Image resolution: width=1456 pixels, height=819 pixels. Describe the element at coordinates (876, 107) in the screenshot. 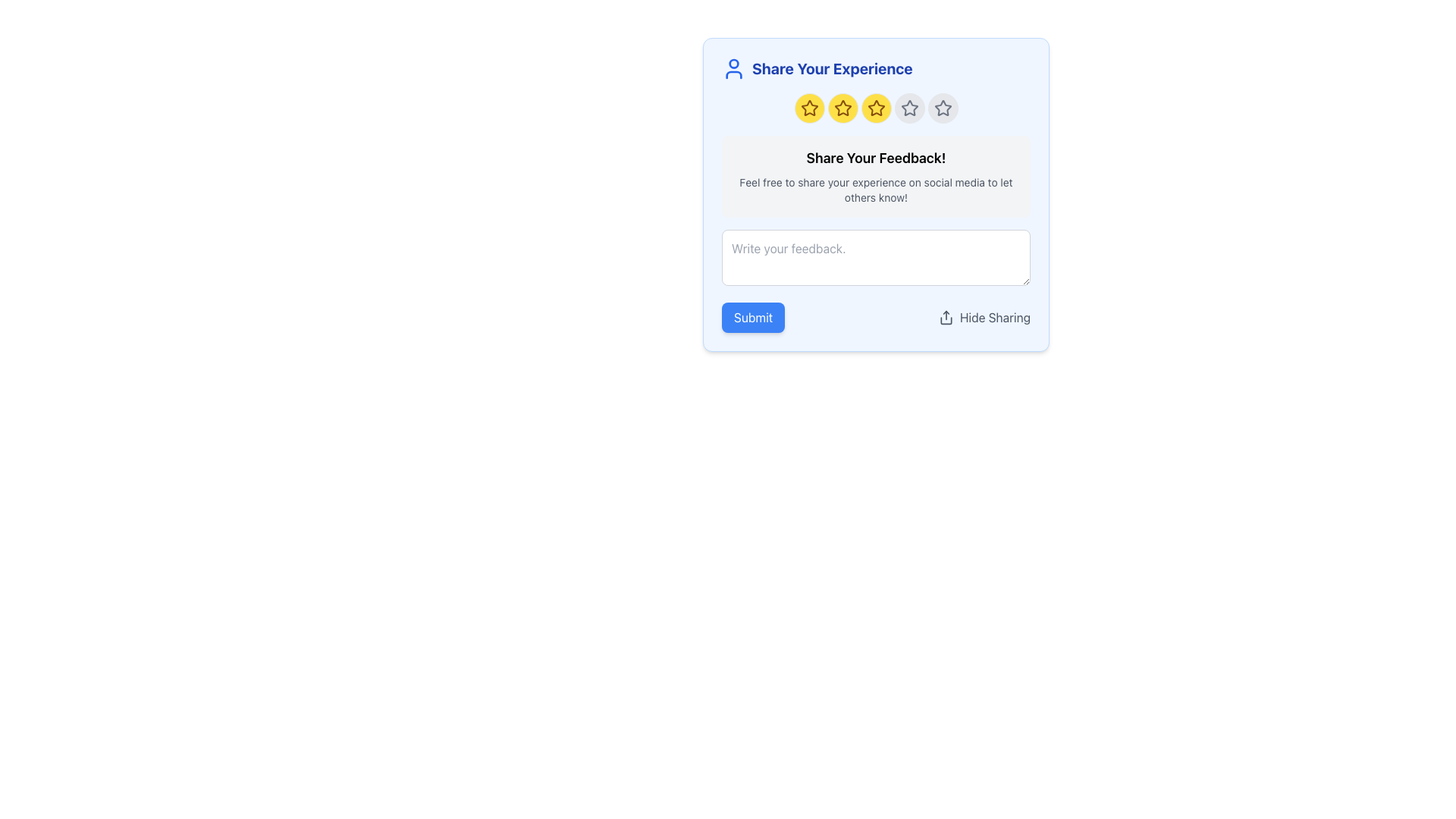

I see `a star in the Rating Component located within the 'Share Your Experience' card` at that location.